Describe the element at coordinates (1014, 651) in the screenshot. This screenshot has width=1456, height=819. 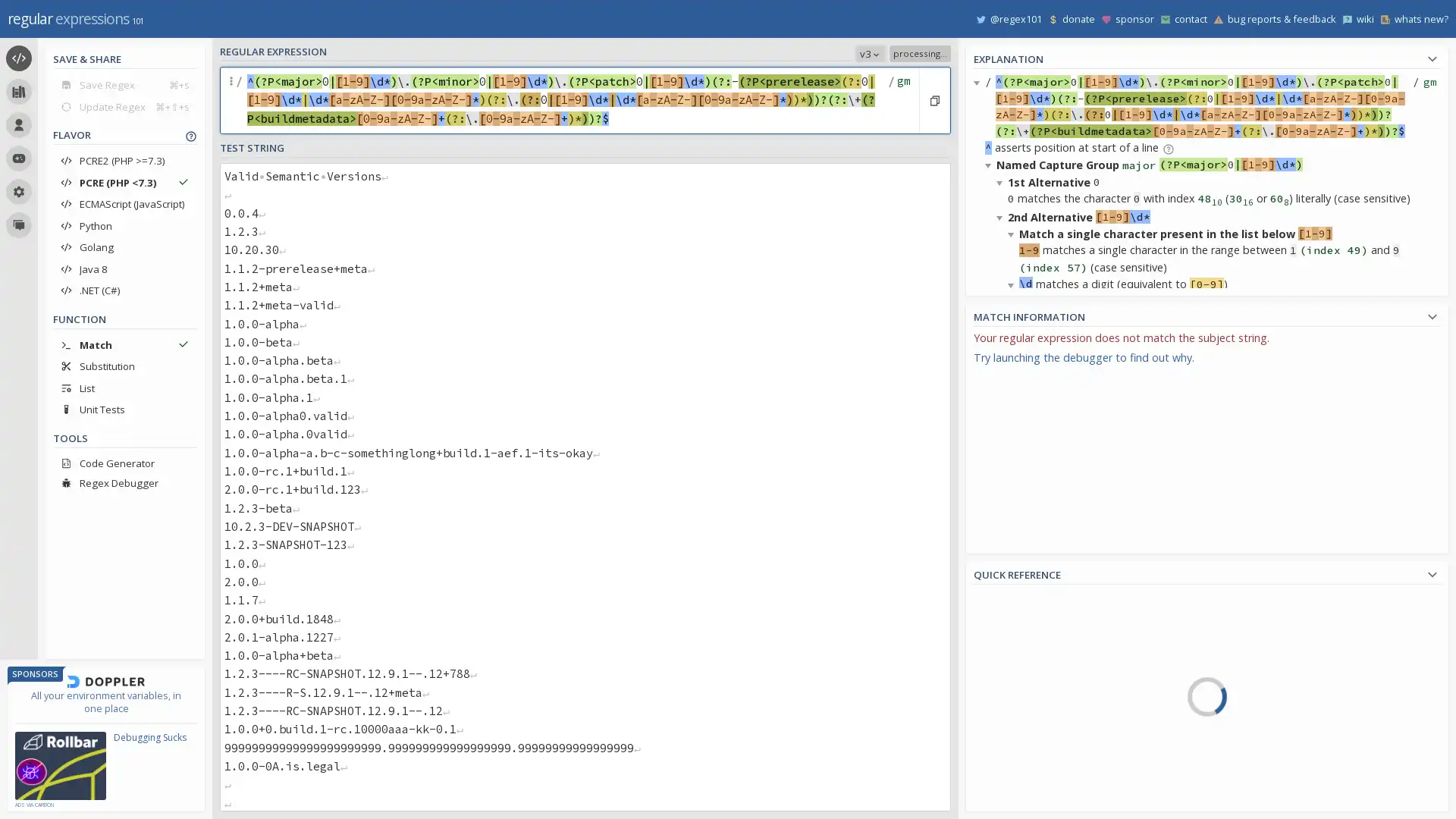
I see `Group minor` at that location.